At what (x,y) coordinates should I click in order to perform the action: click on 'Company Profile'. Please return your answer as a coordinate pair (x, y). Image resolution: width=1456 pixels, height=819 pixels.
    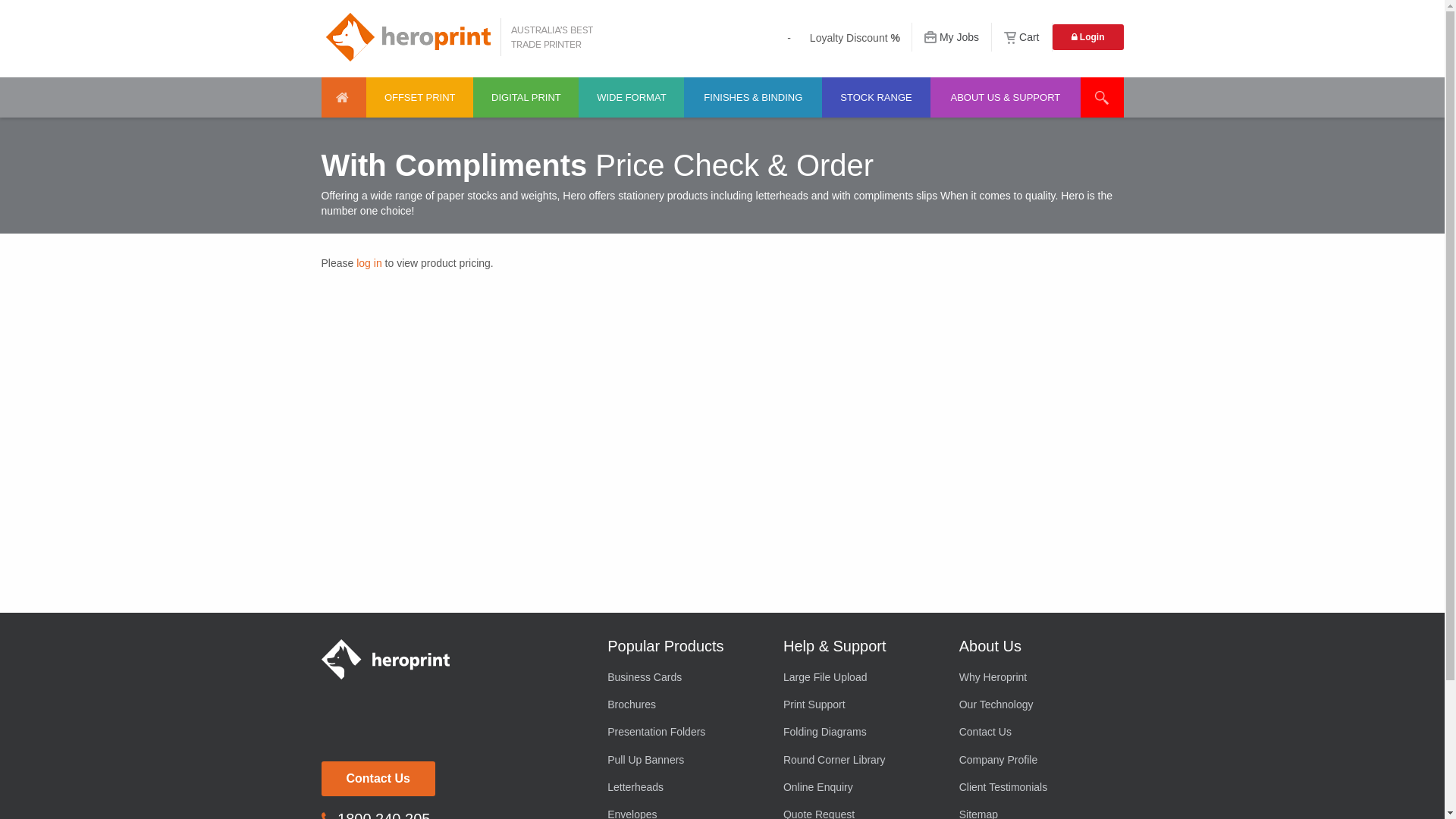
    Looking at the image, I should click on (959, 760).